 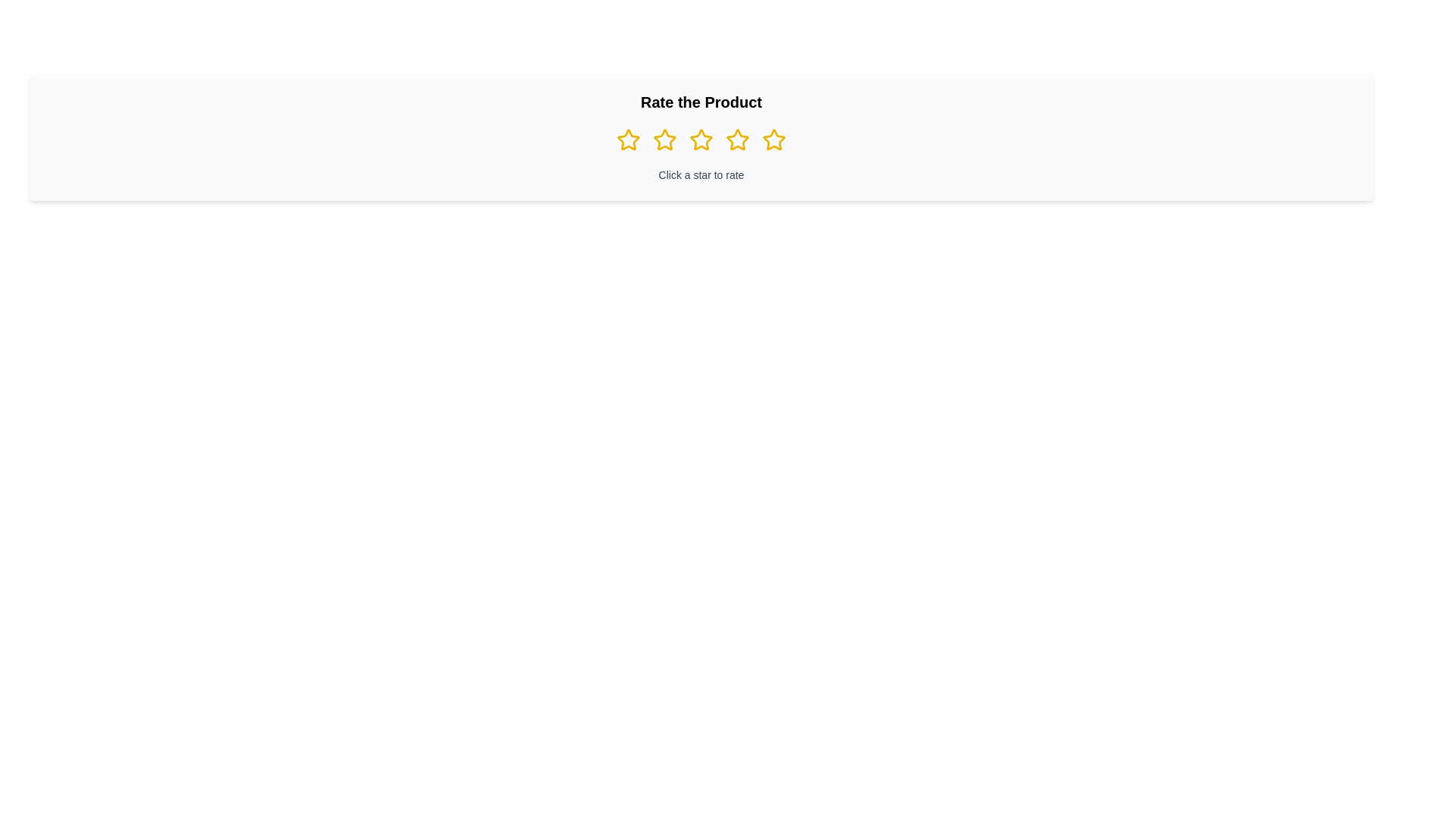 I want to click on the second star icon from the left in the horizontal row of five icons, so click(x=665, y=140).